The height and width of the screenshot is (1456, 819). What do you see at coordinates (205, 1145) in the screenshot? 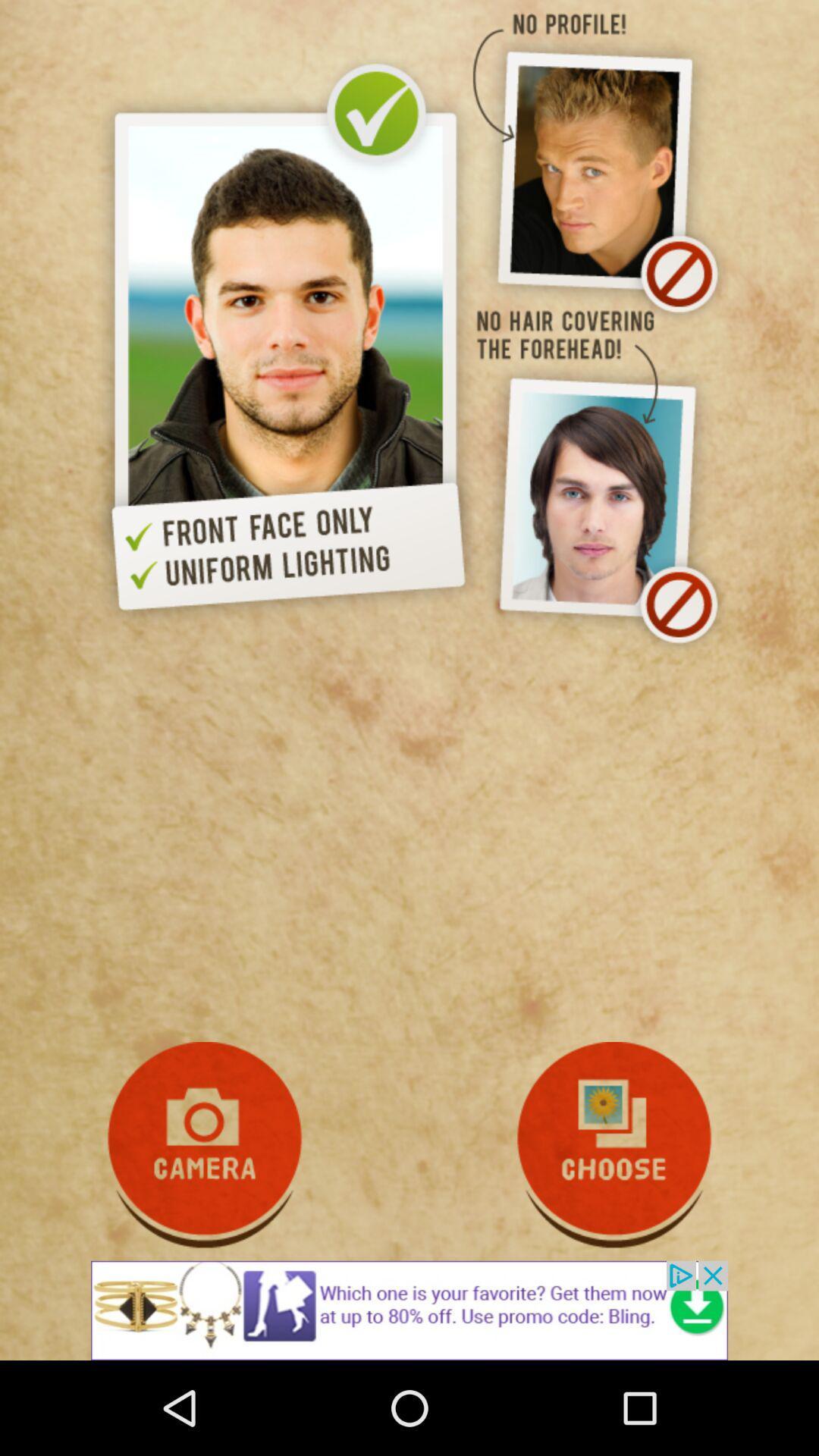
I see `camera` at bounding box center [205, 1145].